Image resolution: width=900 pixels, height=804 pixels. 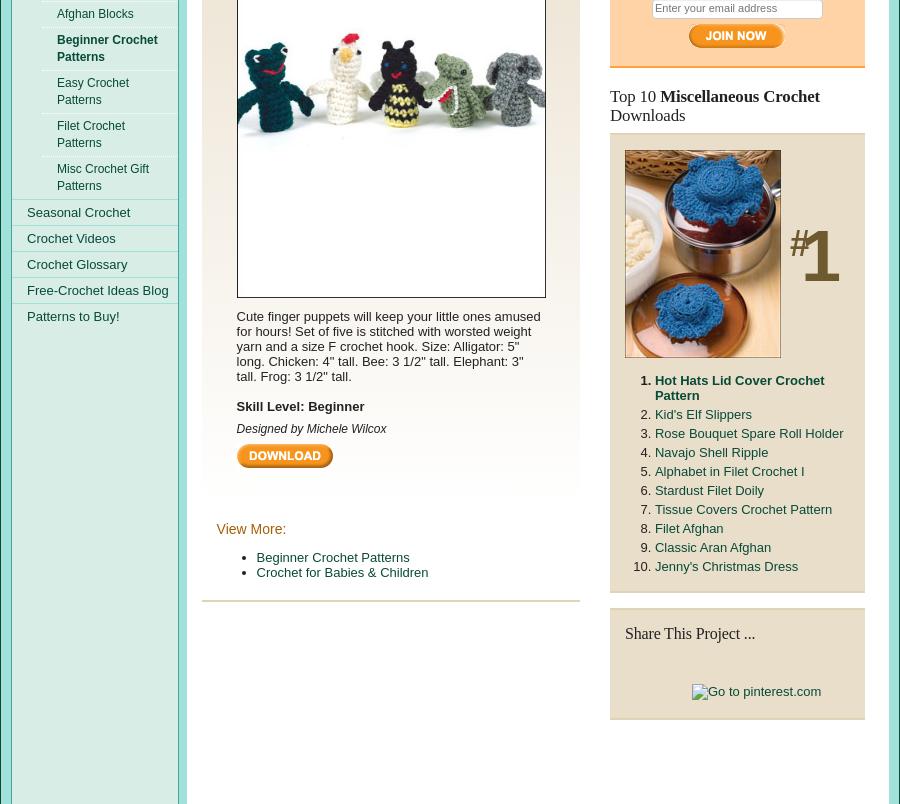 I want to click on 'Crochet for Babies & Children', so click(x=342, y=570).